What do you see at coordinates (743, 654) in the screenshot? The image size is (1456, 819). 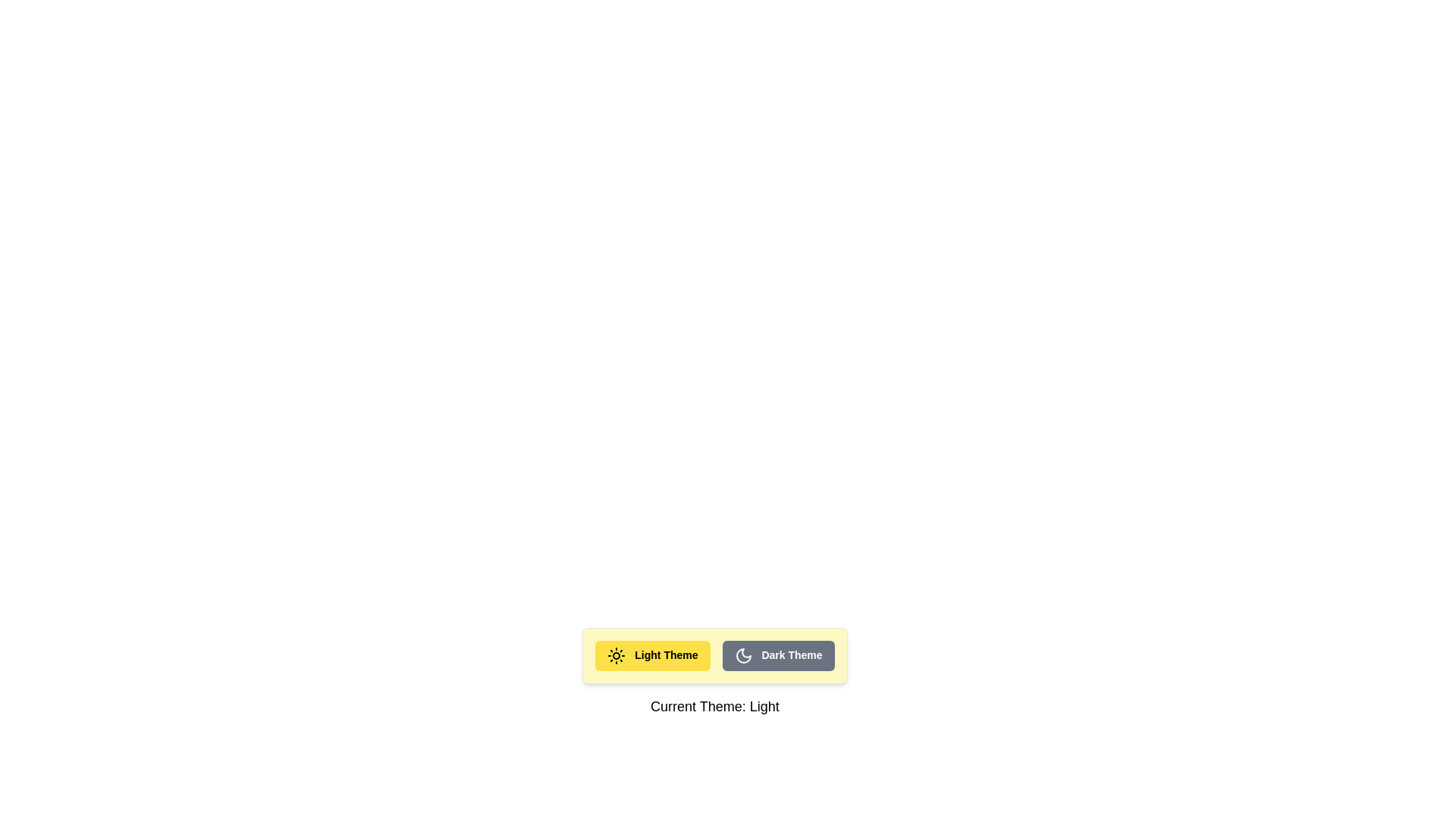 I see `the minimalist moon icon within the dark theme button` at bounding box center [743, 654].